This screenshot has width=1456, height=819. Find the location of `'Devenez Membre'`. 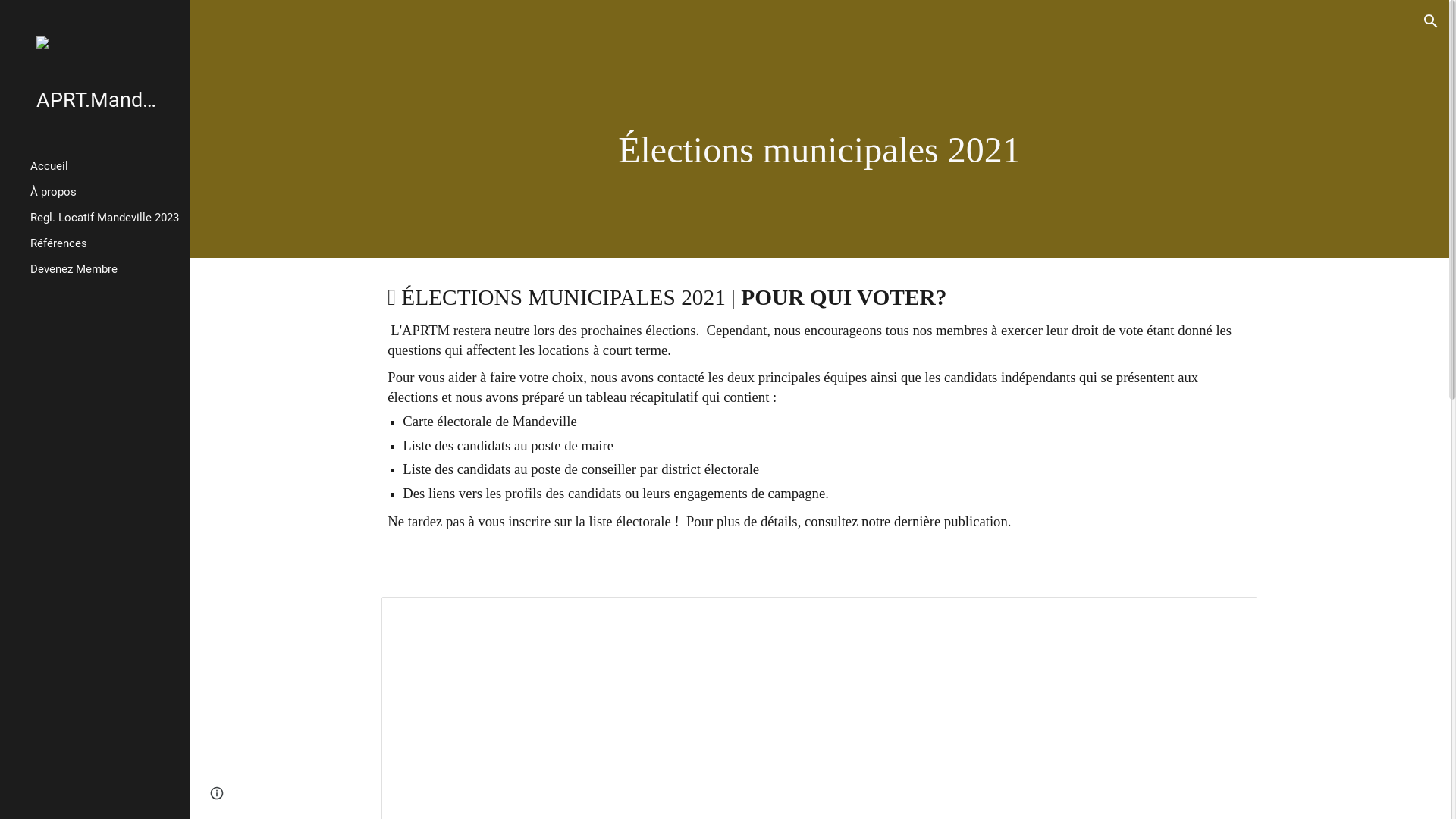

'Devenez Membre' is located at coordinates (103, 268).